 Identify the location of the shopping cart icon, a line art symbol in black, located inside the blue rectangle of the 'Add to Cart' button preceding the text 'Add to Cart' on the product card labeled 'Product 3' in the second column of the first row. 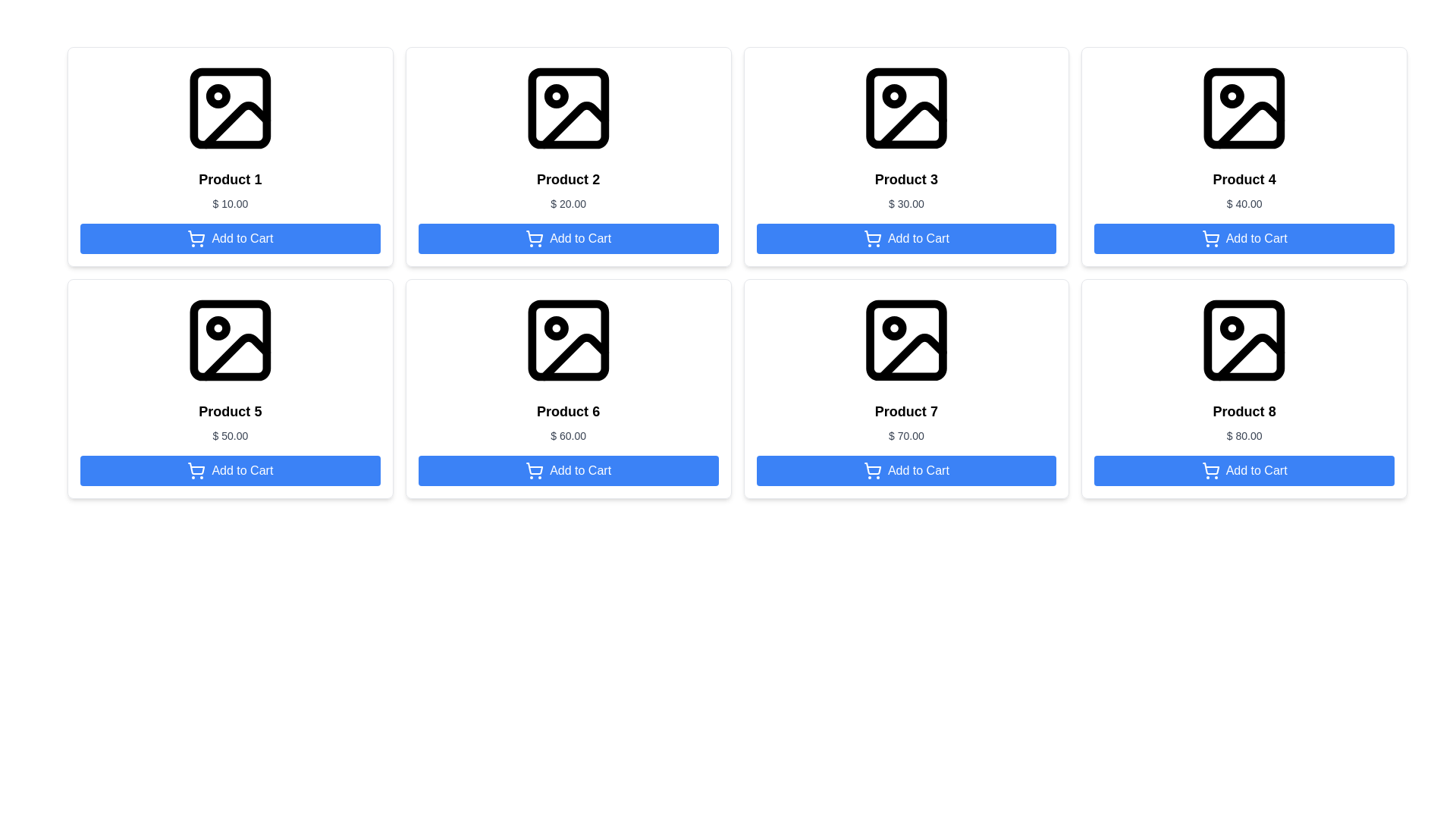
(872, 239).